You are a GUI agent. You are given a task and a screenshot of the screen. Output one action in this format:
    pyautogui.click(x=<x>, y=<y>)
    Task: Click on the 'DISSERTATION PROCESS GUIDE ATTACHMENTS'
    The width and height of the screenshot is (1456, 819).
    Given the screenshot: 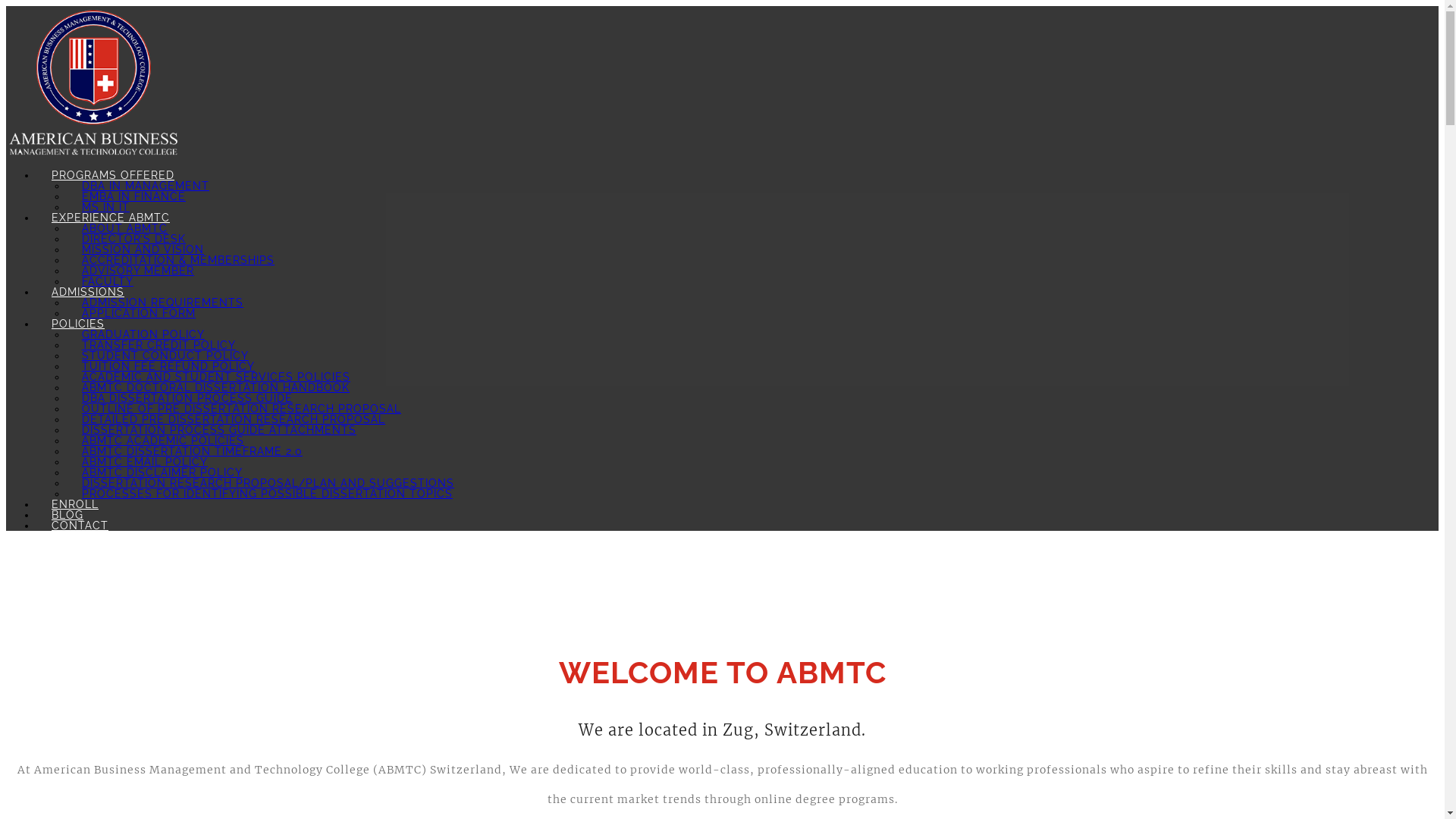 What is the action you would take?
    pyautogui.click(x=218, y=430)
    